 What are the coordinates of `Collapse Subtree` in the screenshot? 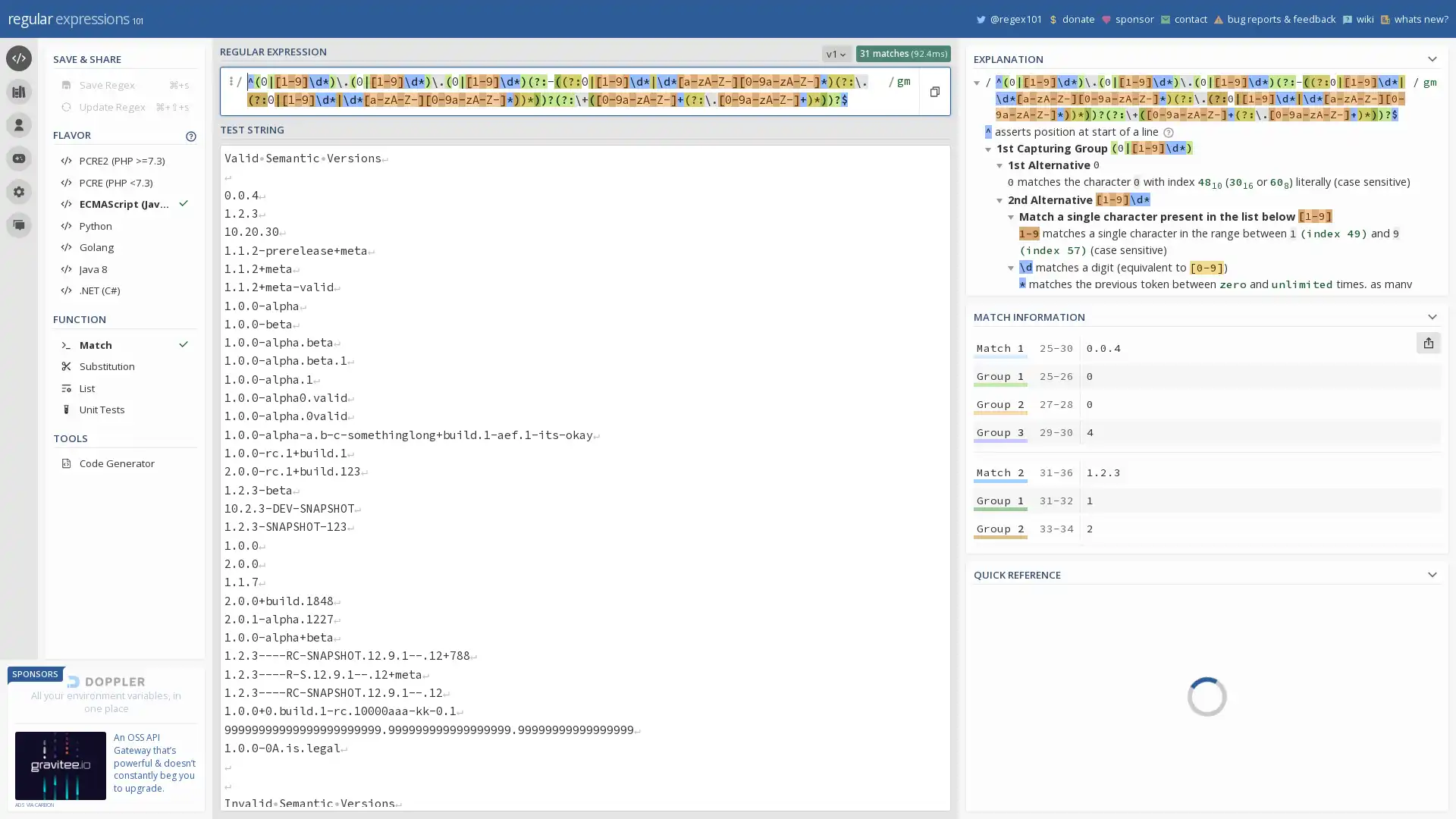 It's located at (1002, 388).